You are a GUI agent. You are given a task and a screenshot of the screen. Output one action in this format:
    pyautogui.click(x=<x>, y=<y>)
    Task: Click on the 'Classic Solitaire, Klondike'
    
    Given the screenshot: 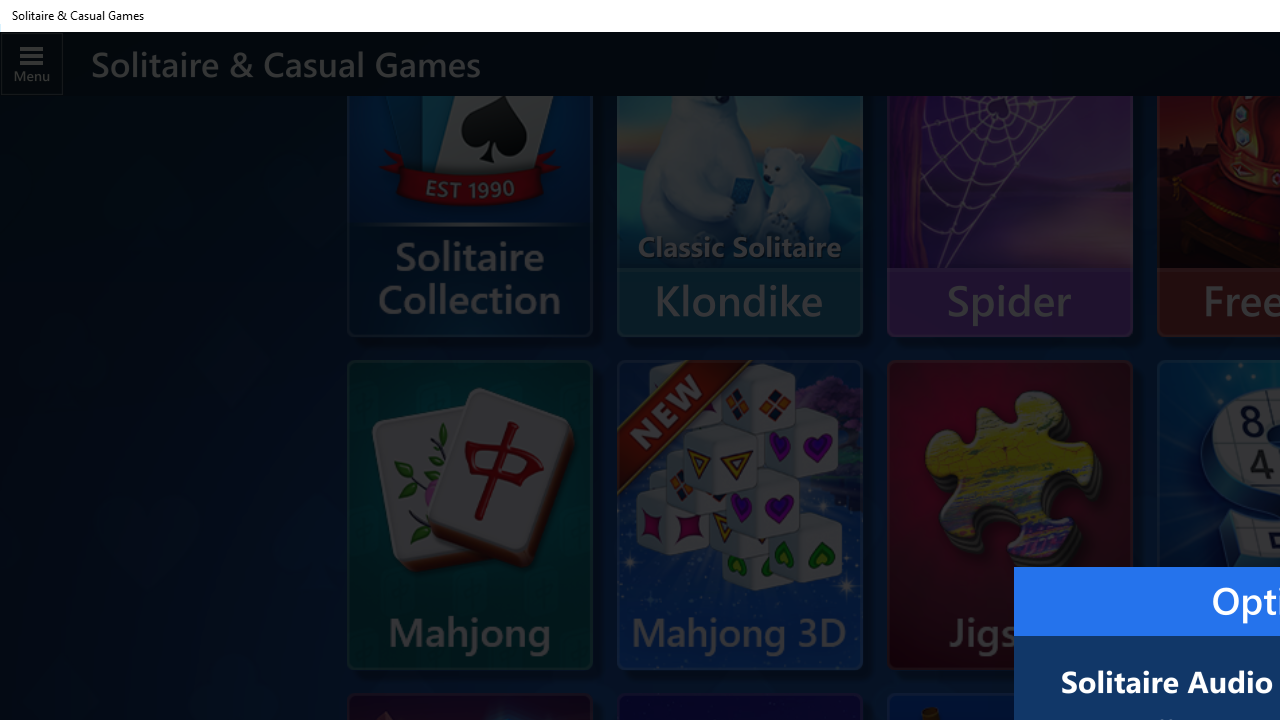 What is the action you would take?
    pyautogui.click(x=738, y=182)
    